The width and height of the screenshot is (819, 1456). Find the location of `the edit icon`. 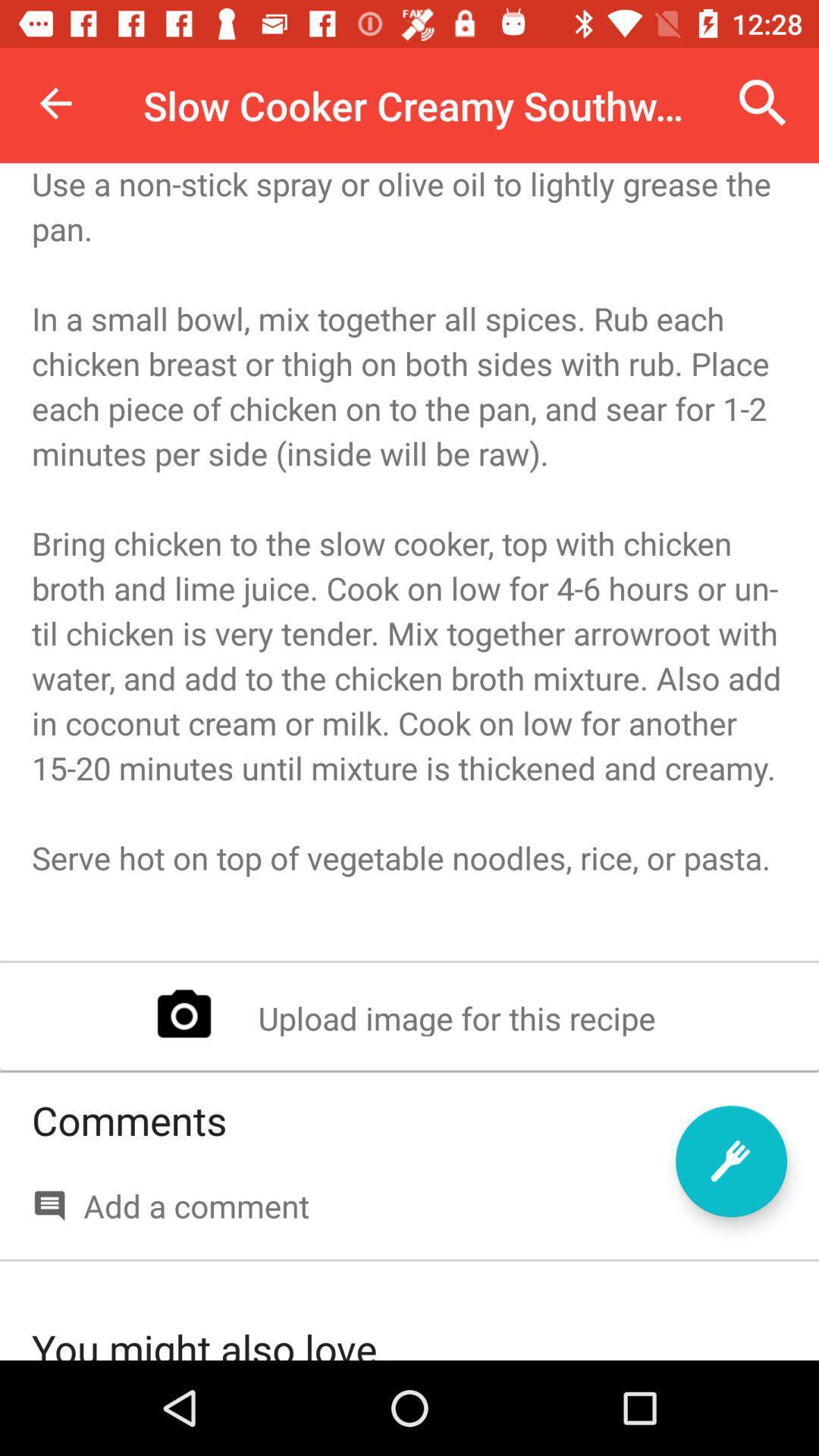

the edit icon is located at coordinates (730, 1160).